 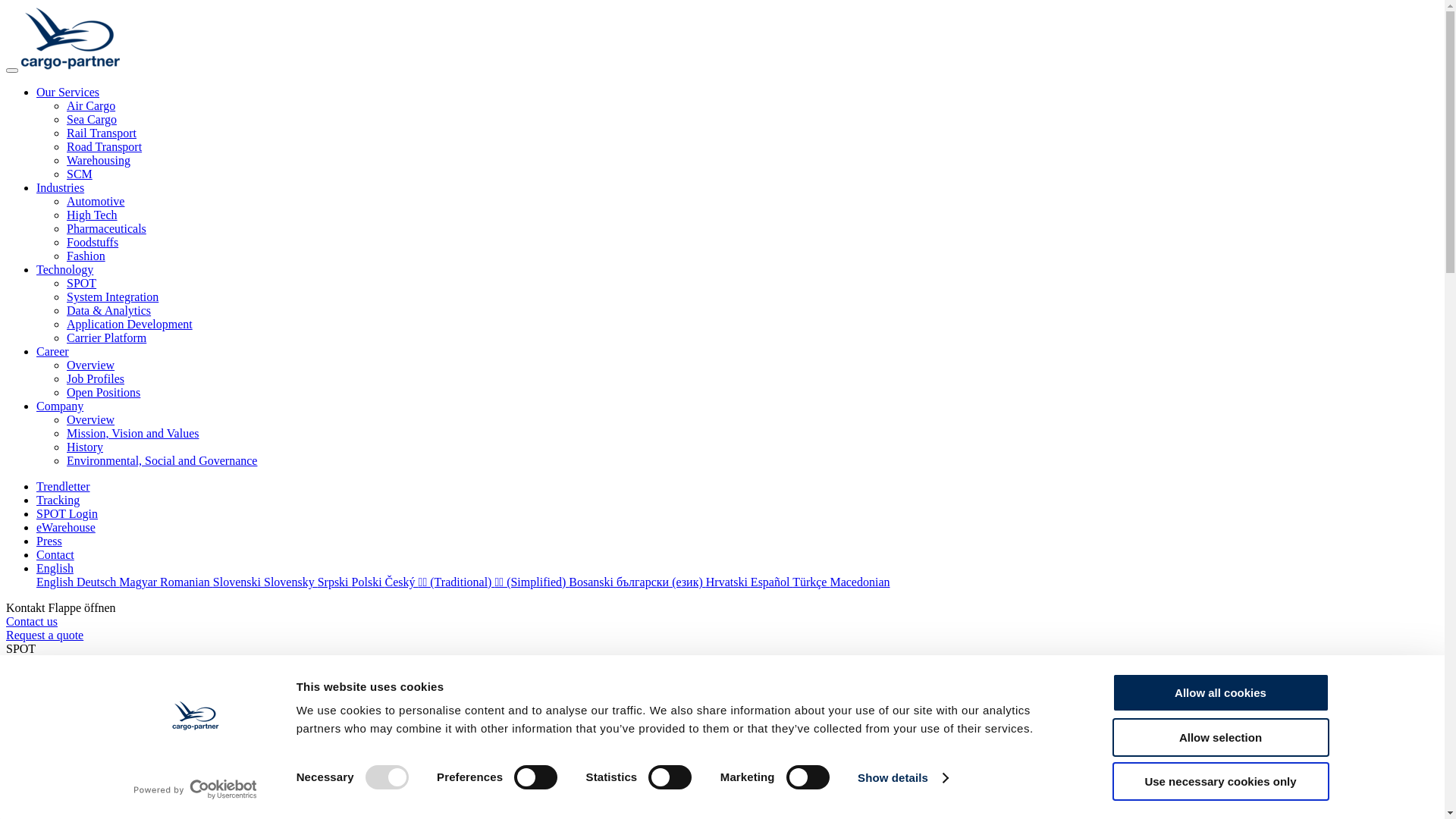 What do you see at coordinates (67, 92) in the screenshot?
I see `'Our Services'` at bounding box center [67, 92].